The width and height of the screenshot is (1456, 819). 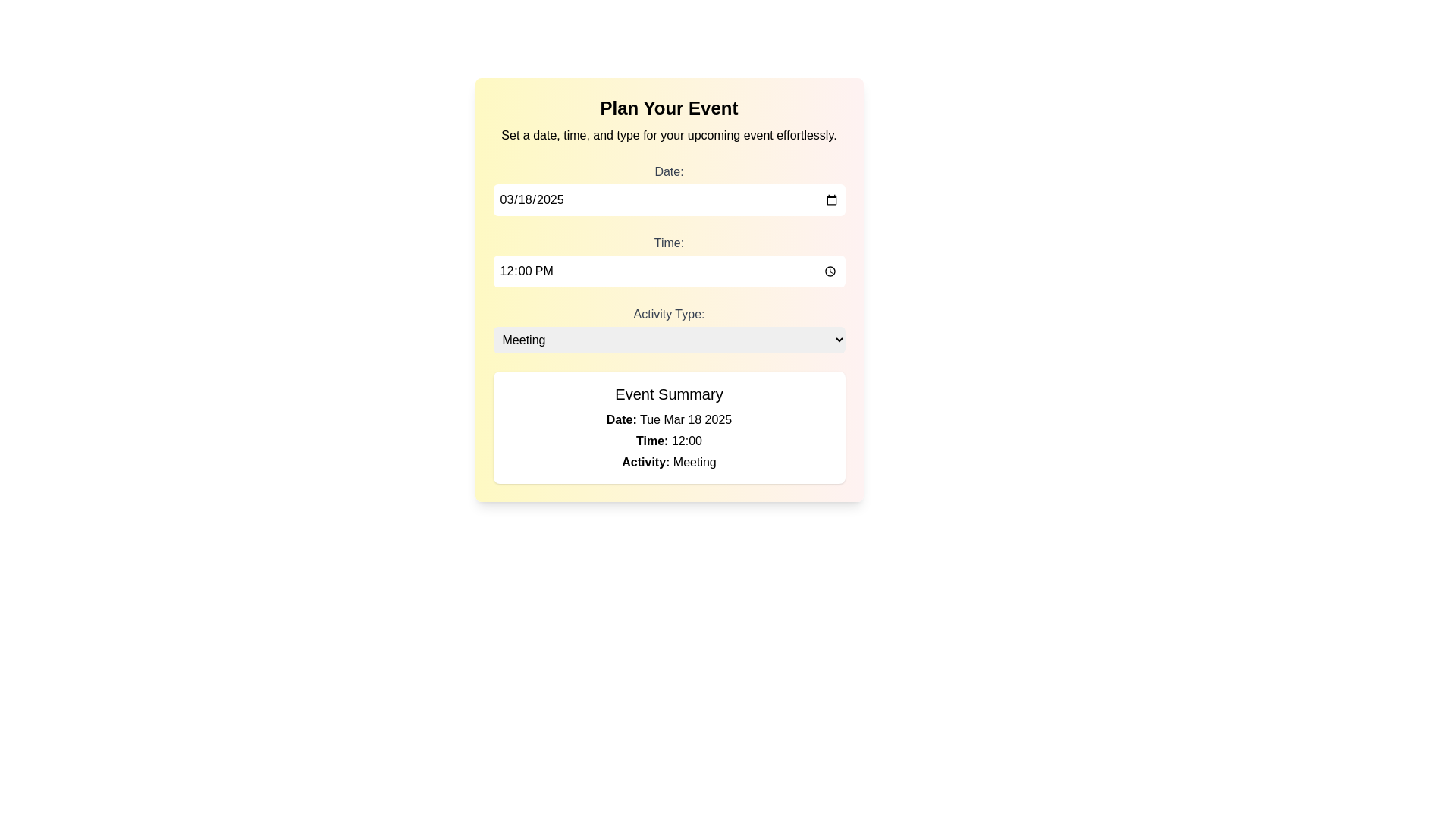 What do you see at coordinates (652, 441) in the screenshot?
I see `the label that describes the adjacent time value ('12:00') in the 'Event Summary' section, which is located below the 'Date:' label` at bounding box center [652, 441].